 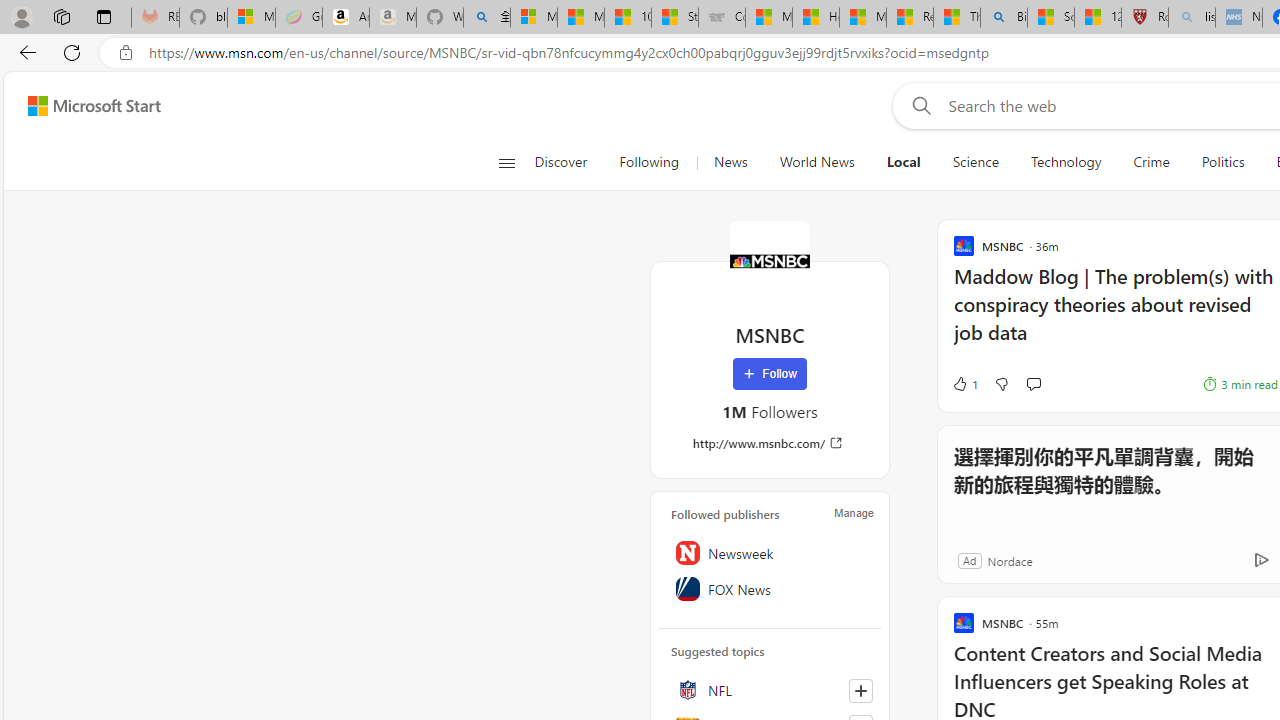 What do you see at coordinates (768, 442) in the screenshot?
I see `'http://www.msnbc.com/'` at bounding box center [768, 442].